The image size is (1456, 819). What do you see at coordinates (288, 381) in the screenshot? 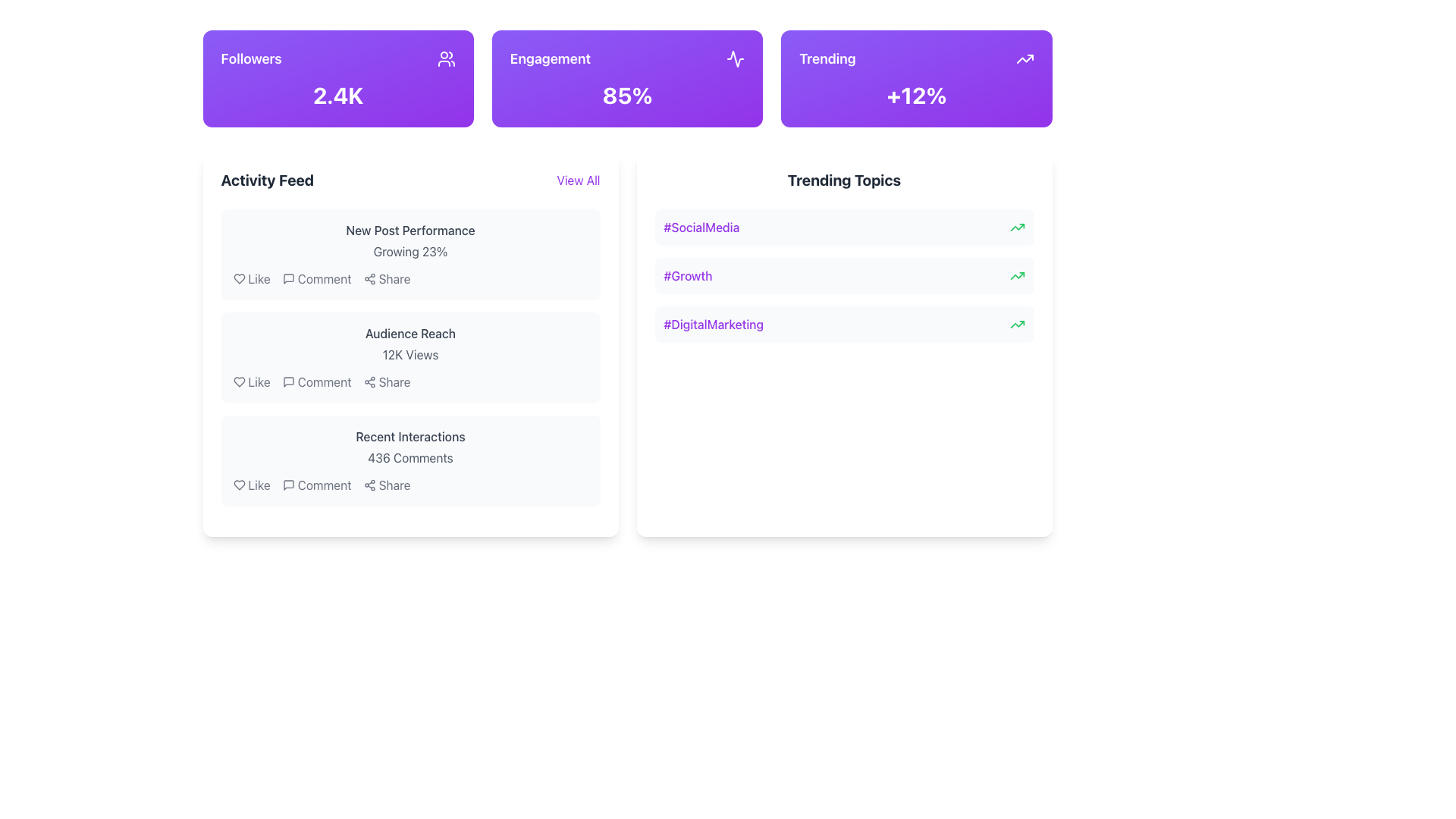
I see `the comment icon located to the left of the 'Comment' text` at bounding box center [288, 381].